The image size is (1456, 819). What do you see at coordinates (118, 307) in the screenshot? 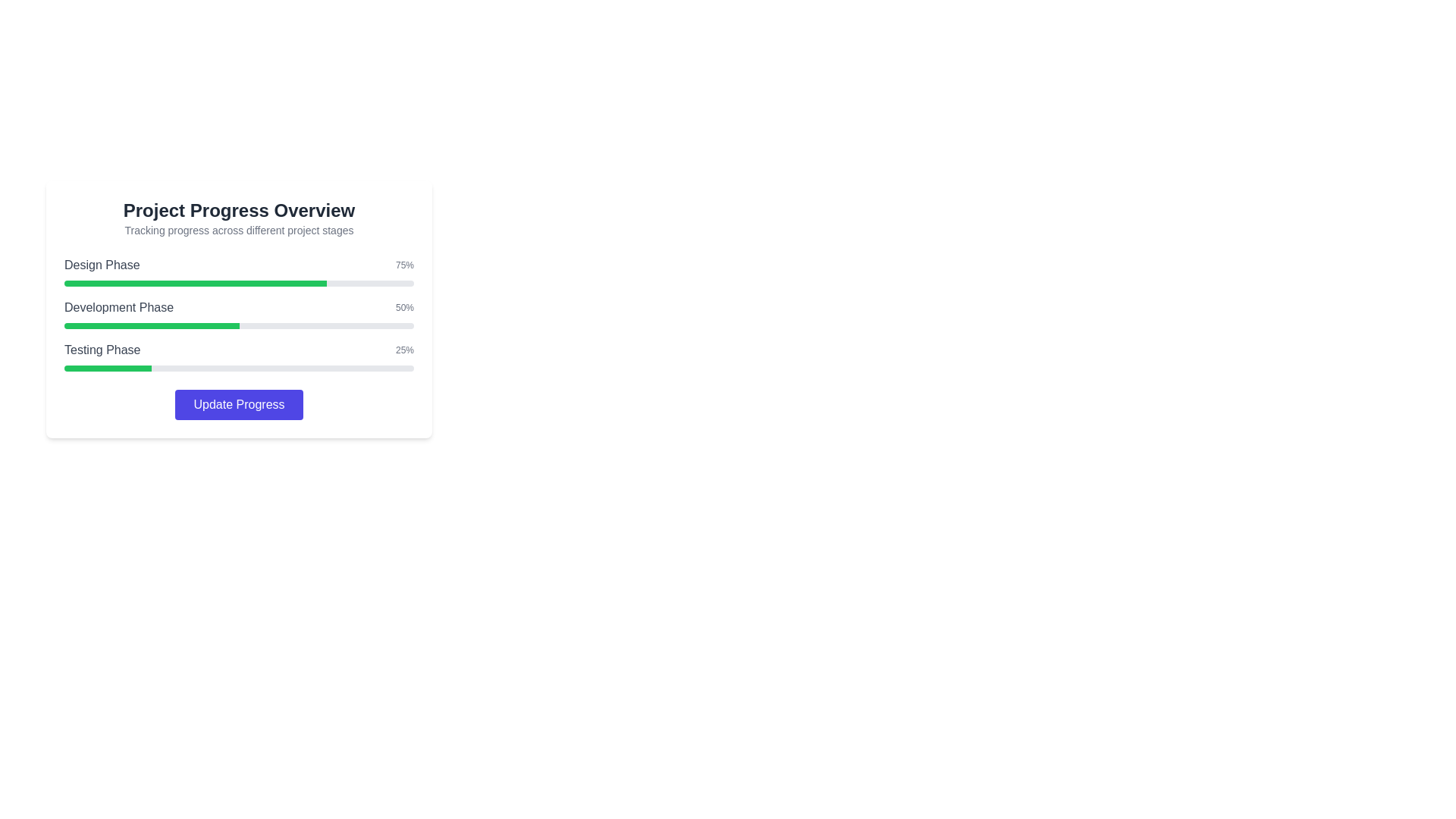
I see `the 'Development Phase' text label in the project progress tracker, which is part of the second row adjacent to a green progress bar and '50%' text` at bounding box center [118, 307].